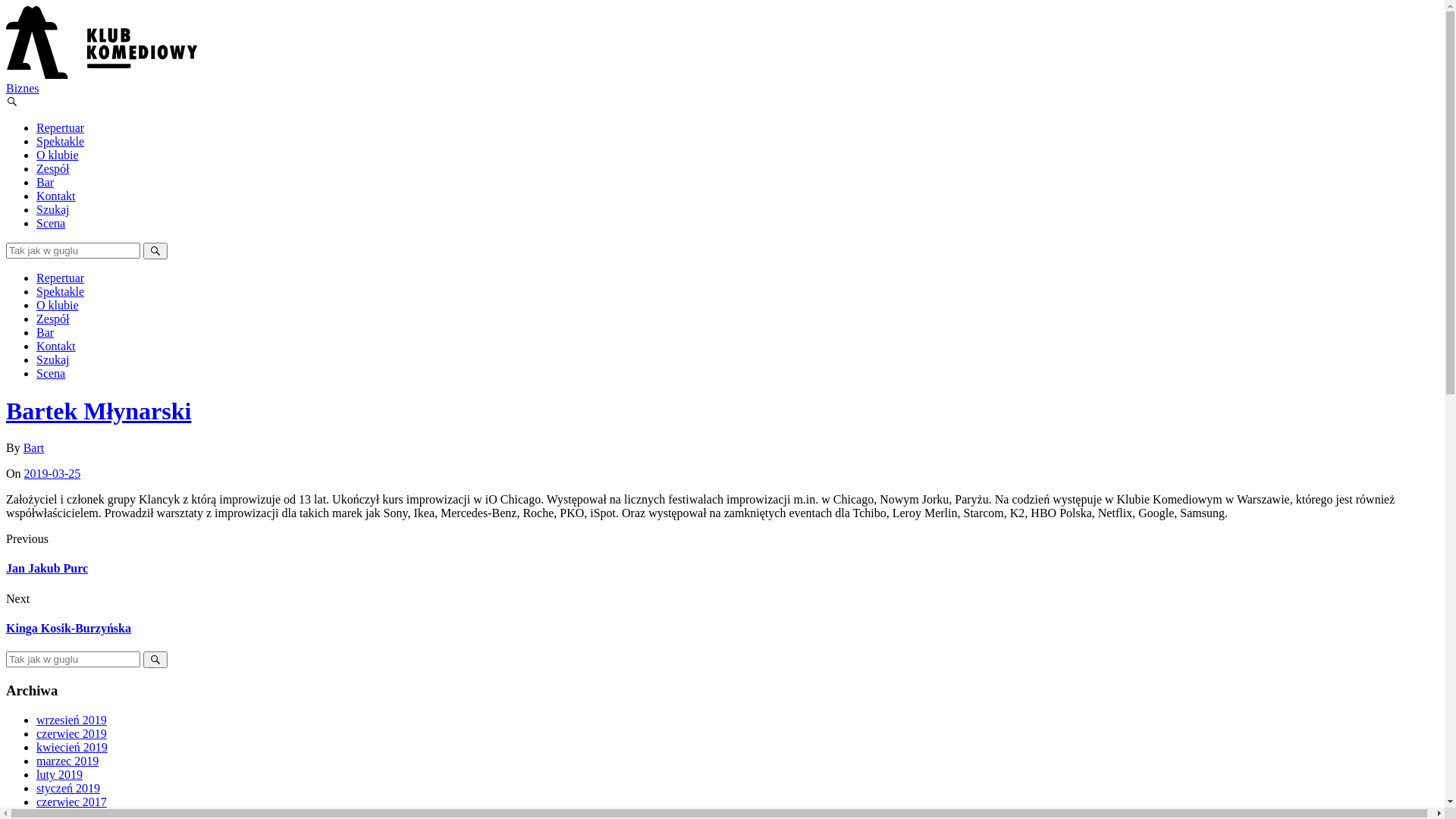 This screenshot has height=819, width=1456. Describe the element at coordinates (67, 761) in the screenshot. I see `'marzec 2019'` at that location.